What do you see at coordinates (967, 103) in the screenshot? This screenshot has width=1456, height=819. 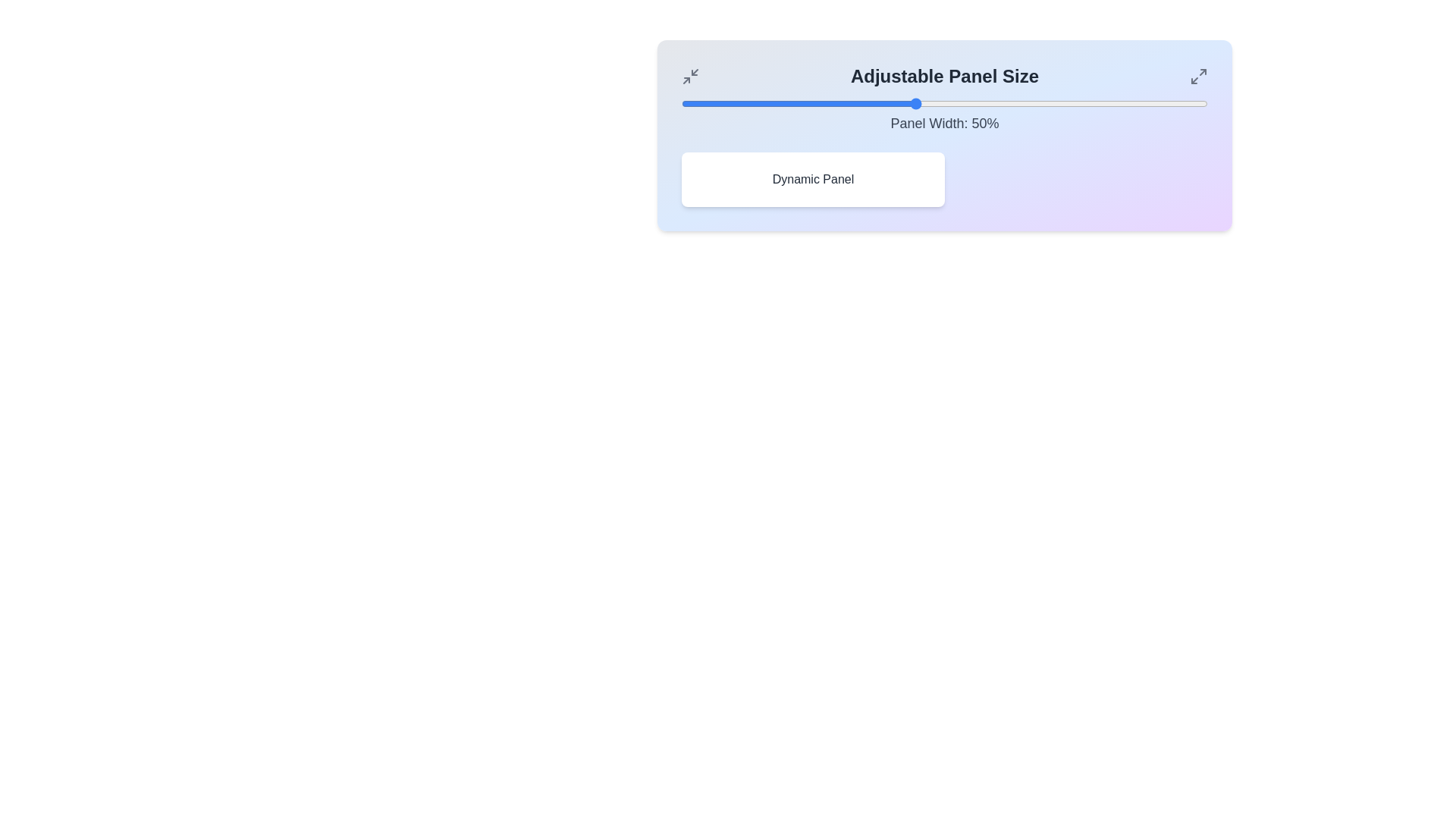 I see `the slider value` at bounding box center [967, 103].